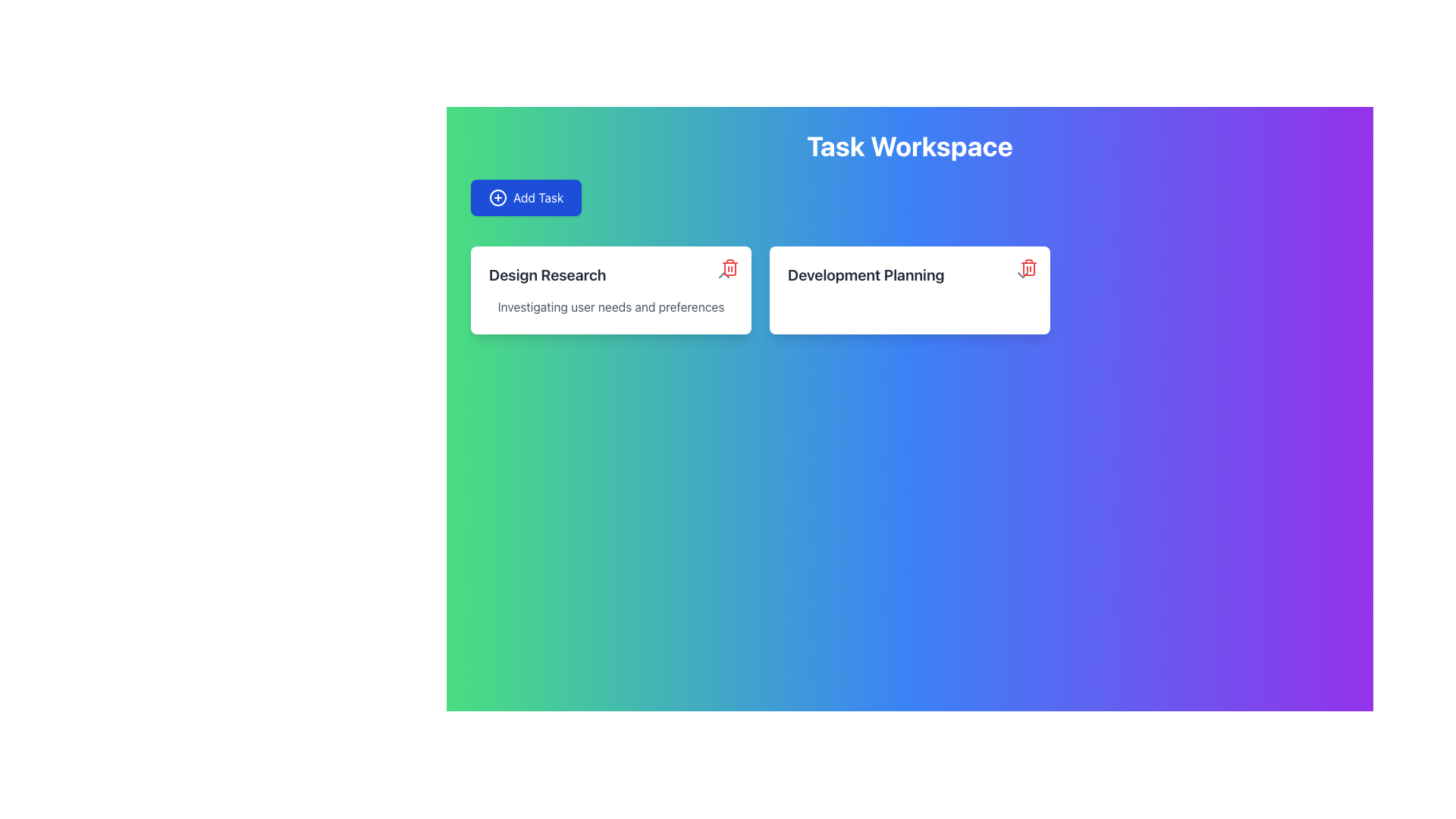 This screenshot has height=819, width=1456. Describe the element at coordinates (547, 275) in the screenshot. I see `the 'Design Research' text label, which is styled with large and bold typography in dark gray, located at the top-left of a white card within a grid of task cards` at that location.